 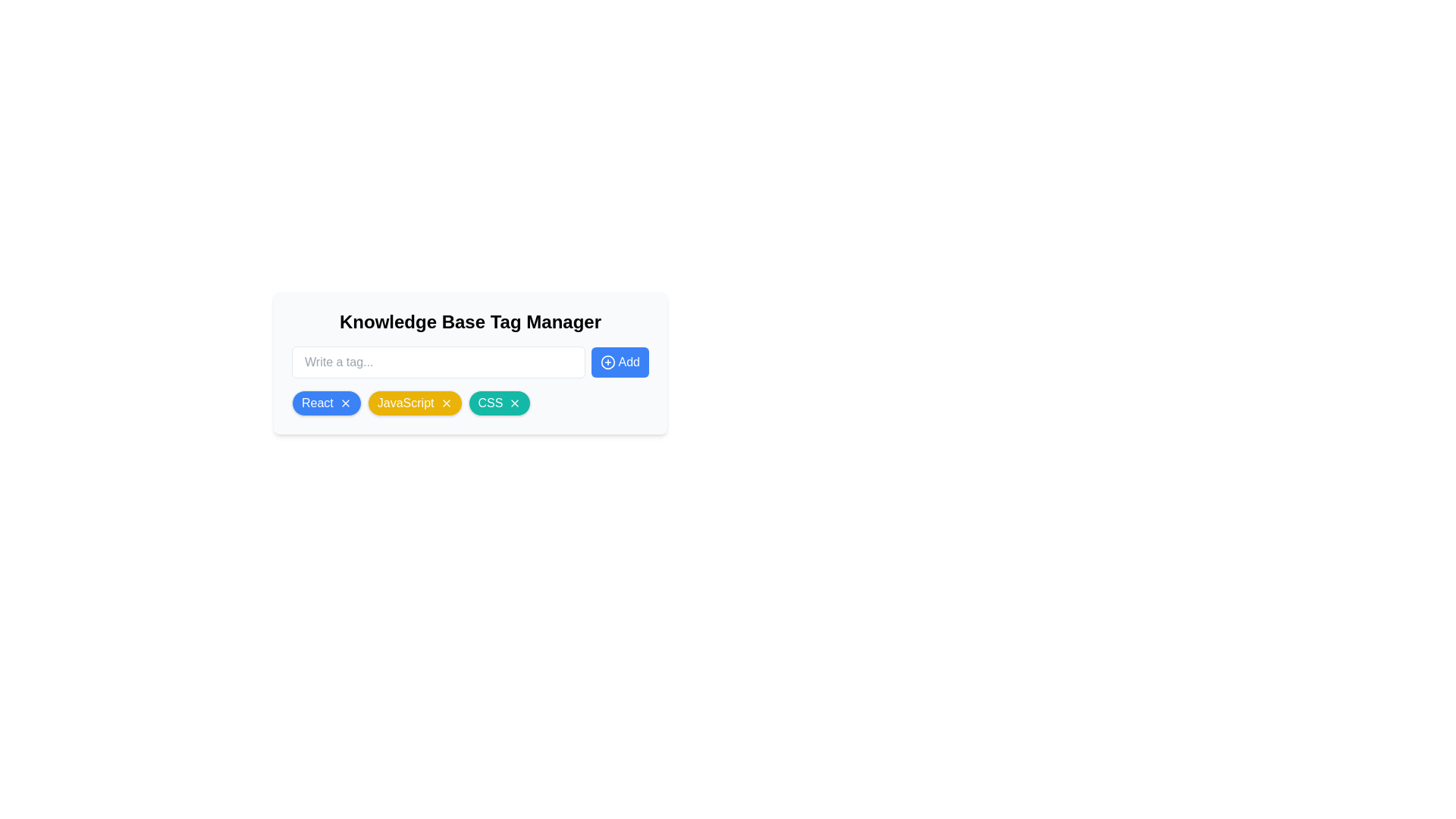 I want to click on the 'JavaScript' tag button, which is the second pill, so click(x=415, y=403).